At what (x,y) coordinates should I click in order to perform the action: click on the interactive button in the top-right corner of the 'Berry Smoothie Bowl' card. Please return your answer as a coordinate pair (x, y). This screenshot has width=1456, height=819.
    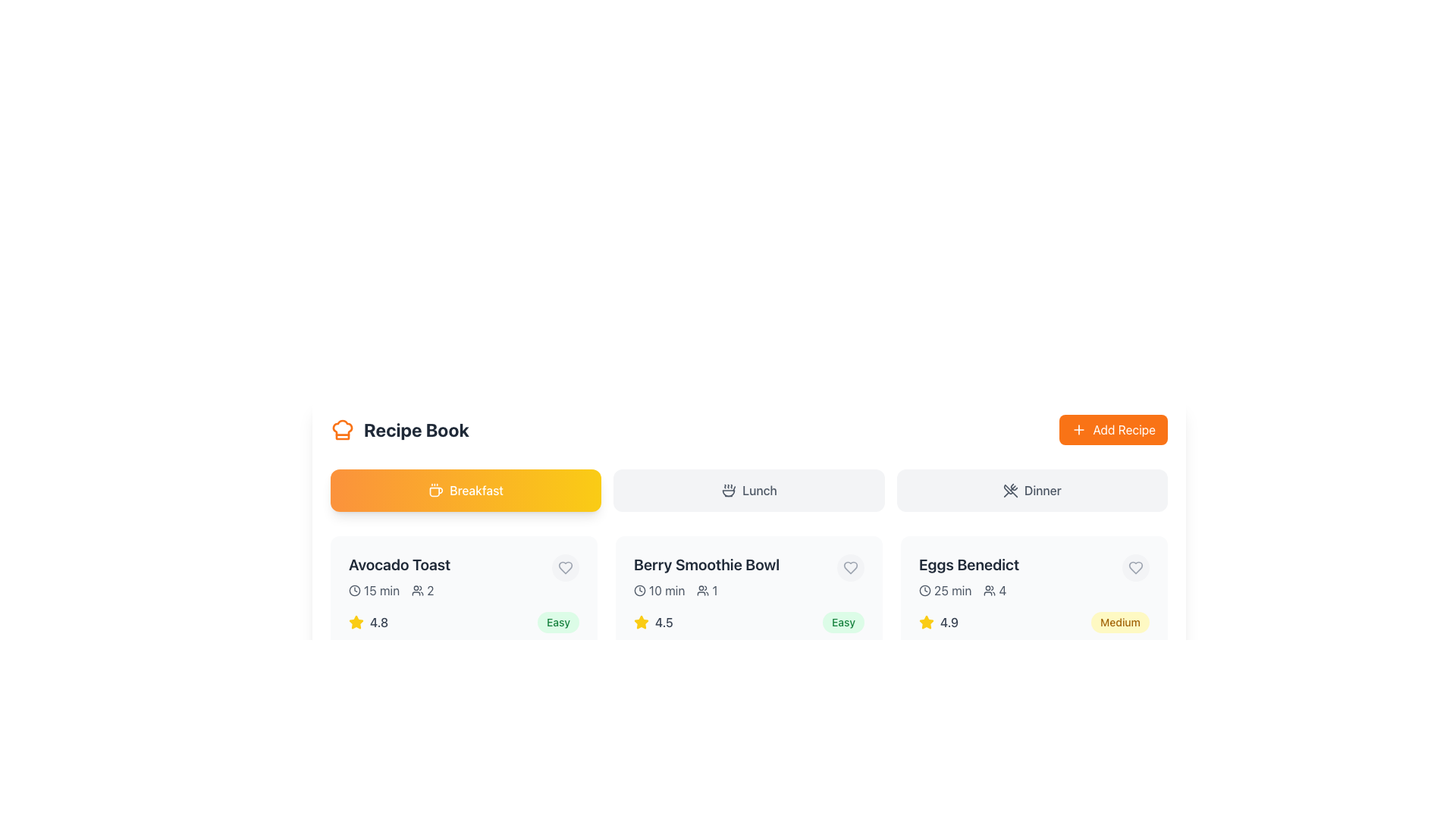
    Looking at the image, I should click on (851, 567).